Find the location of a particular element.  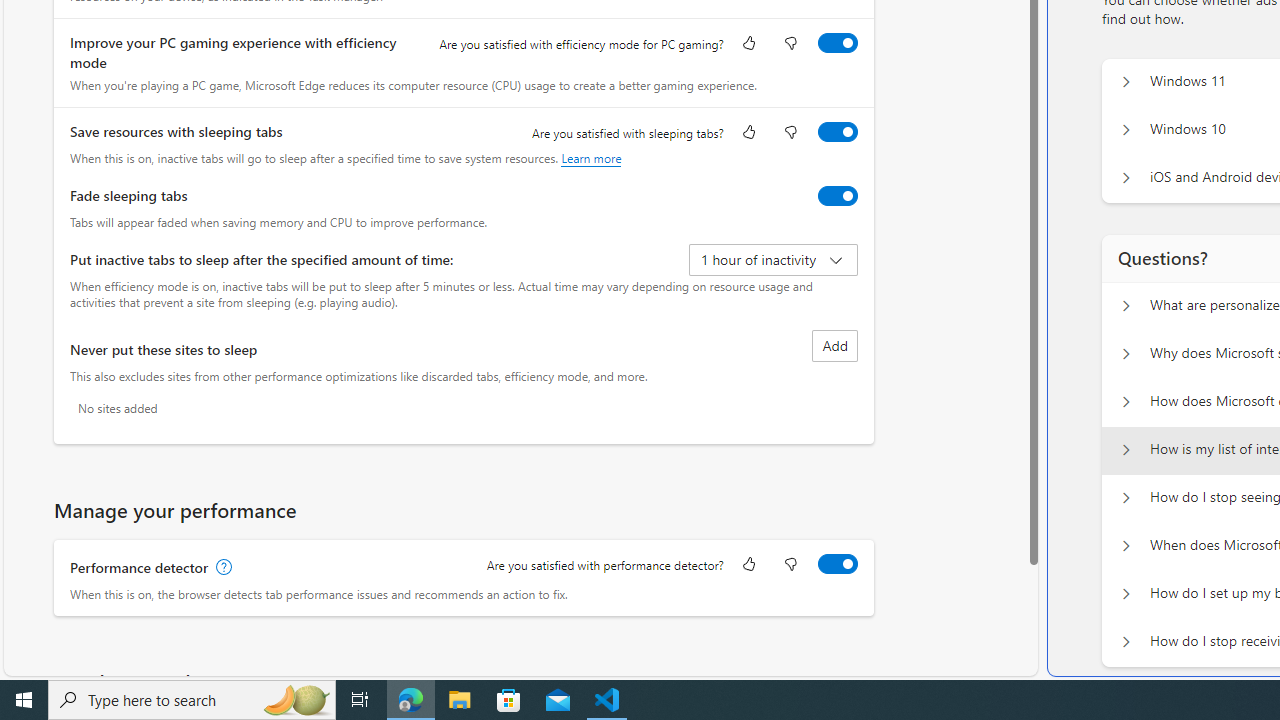

'Performance detector, learn more' is located at coordinates (222, 567).